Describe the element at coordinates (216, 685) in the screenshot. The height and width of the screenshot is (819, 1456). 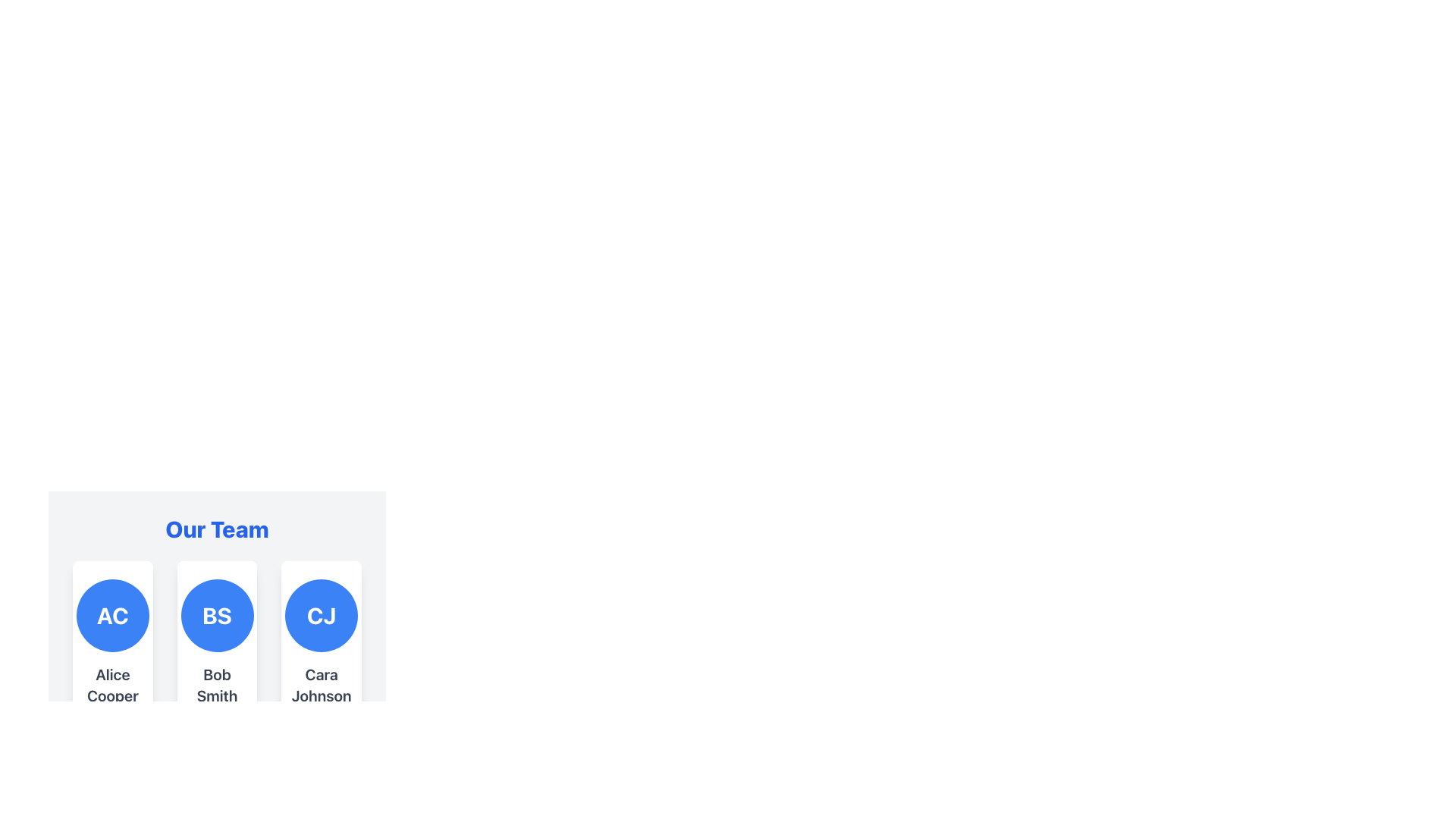
I see `text content of the Text Label that displays the name of the individual associated with the avatar in the team section` at that location.